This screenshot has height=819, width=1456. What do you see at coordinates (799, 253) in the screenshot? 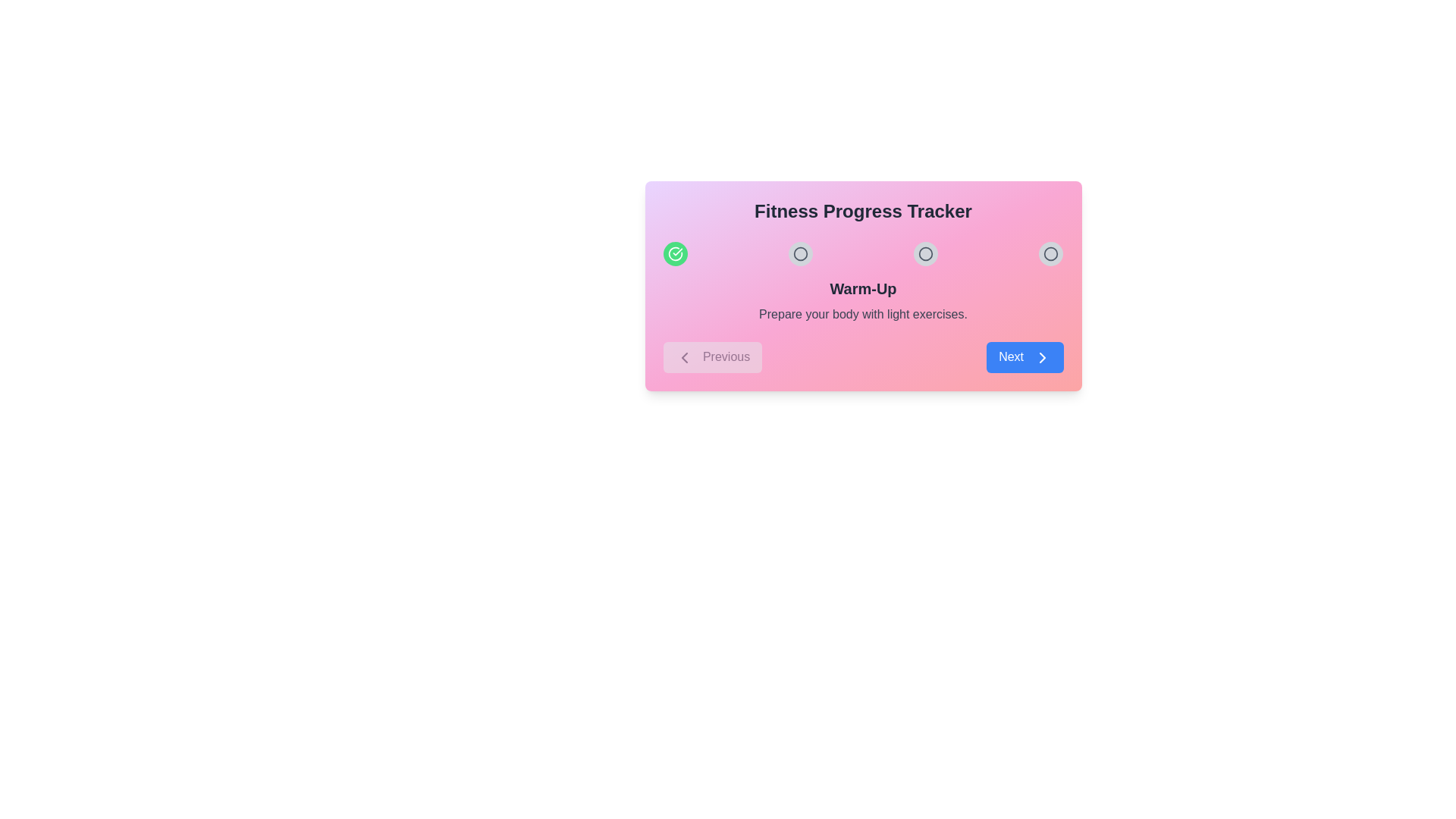
I see `the circular graphical indicator located near the top of the centered card-like interface, which is the second icon in a horizontal row of similar icons` at bounding box center [799, 253].